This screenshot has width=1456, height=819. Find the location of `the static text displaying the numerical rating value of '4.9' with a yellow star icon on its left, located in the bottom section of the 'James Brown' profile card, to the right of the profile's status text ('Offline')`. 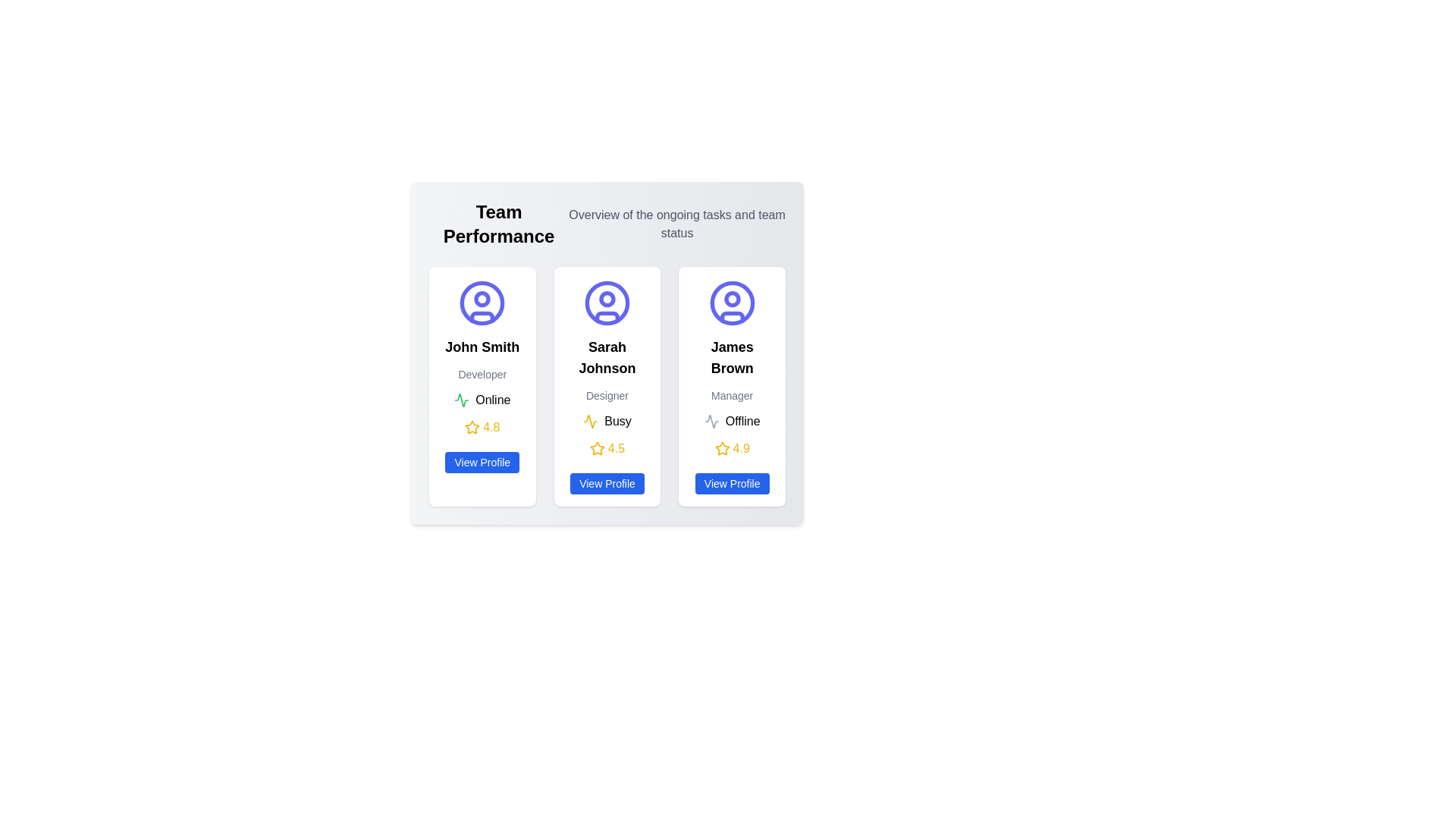

the static text displaying the numerical rating value of '4.9' with a yellow star icon on its left, located in the bottom section of the 'James Brown' profile card, to the right of the profile's status text ('Offline') is located at coordinates (732, 447).